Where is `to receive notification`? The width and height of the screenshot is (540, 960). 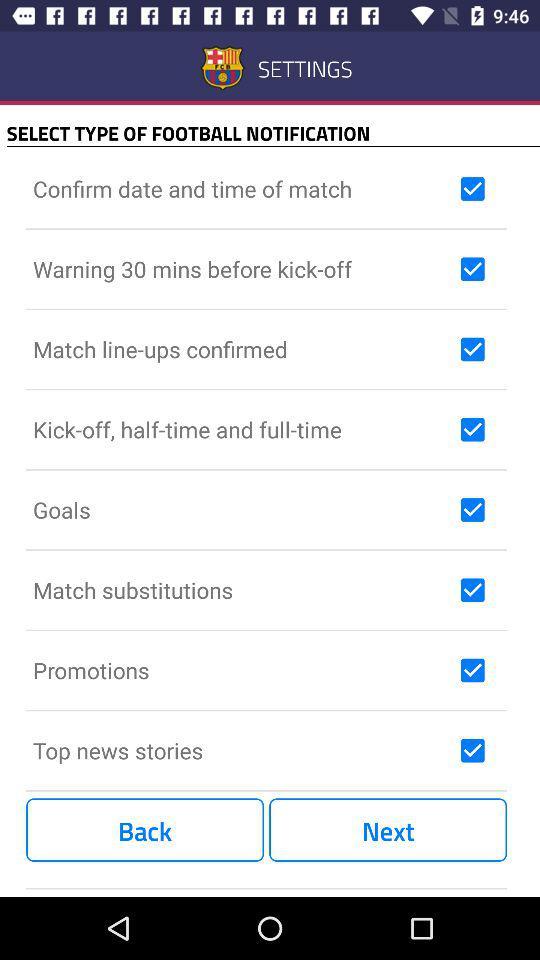 to receive notification is located at coordinates (472, 349).